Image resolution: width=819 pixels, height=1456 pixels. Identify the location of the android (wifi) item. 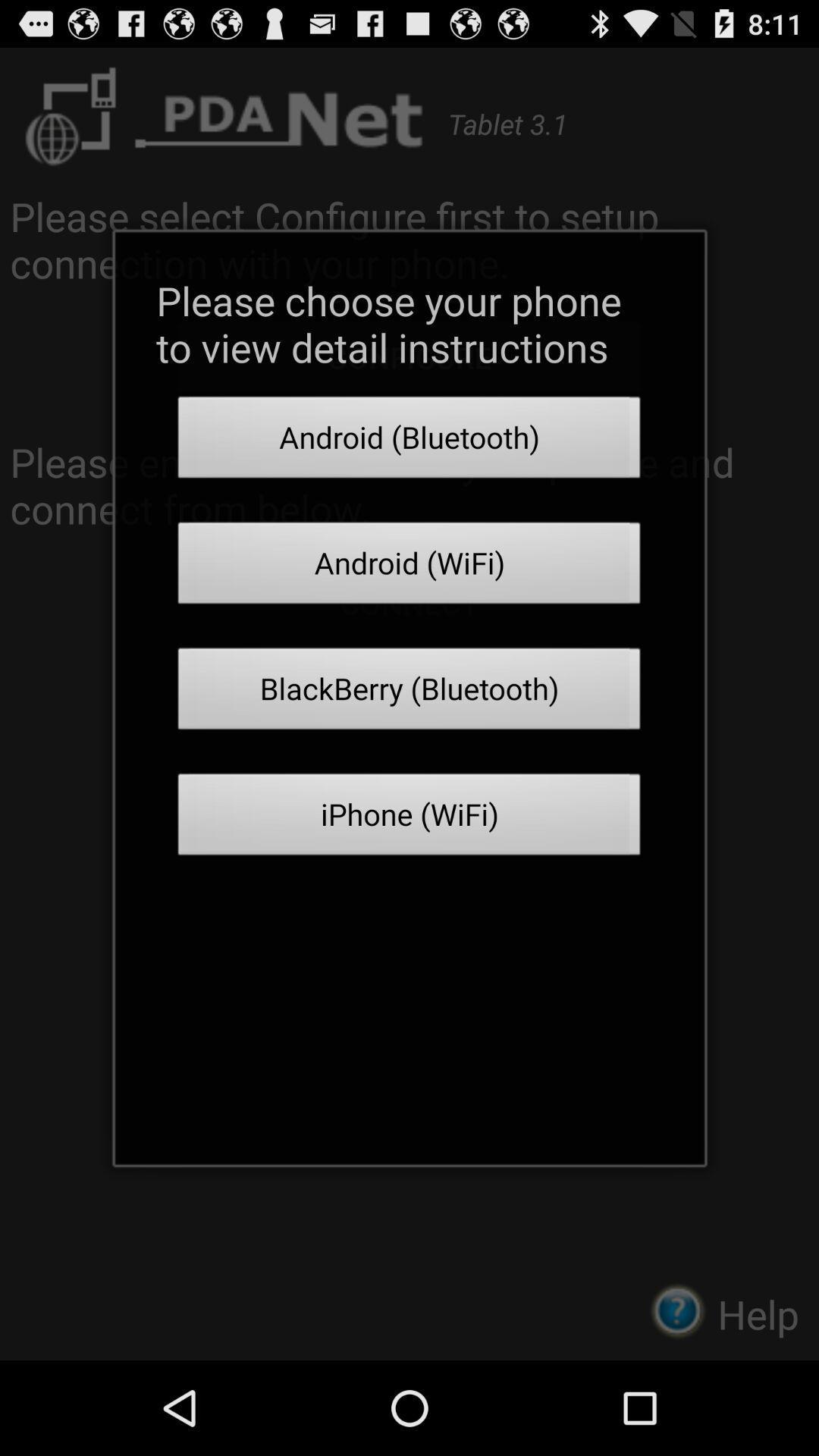
(409, 566).